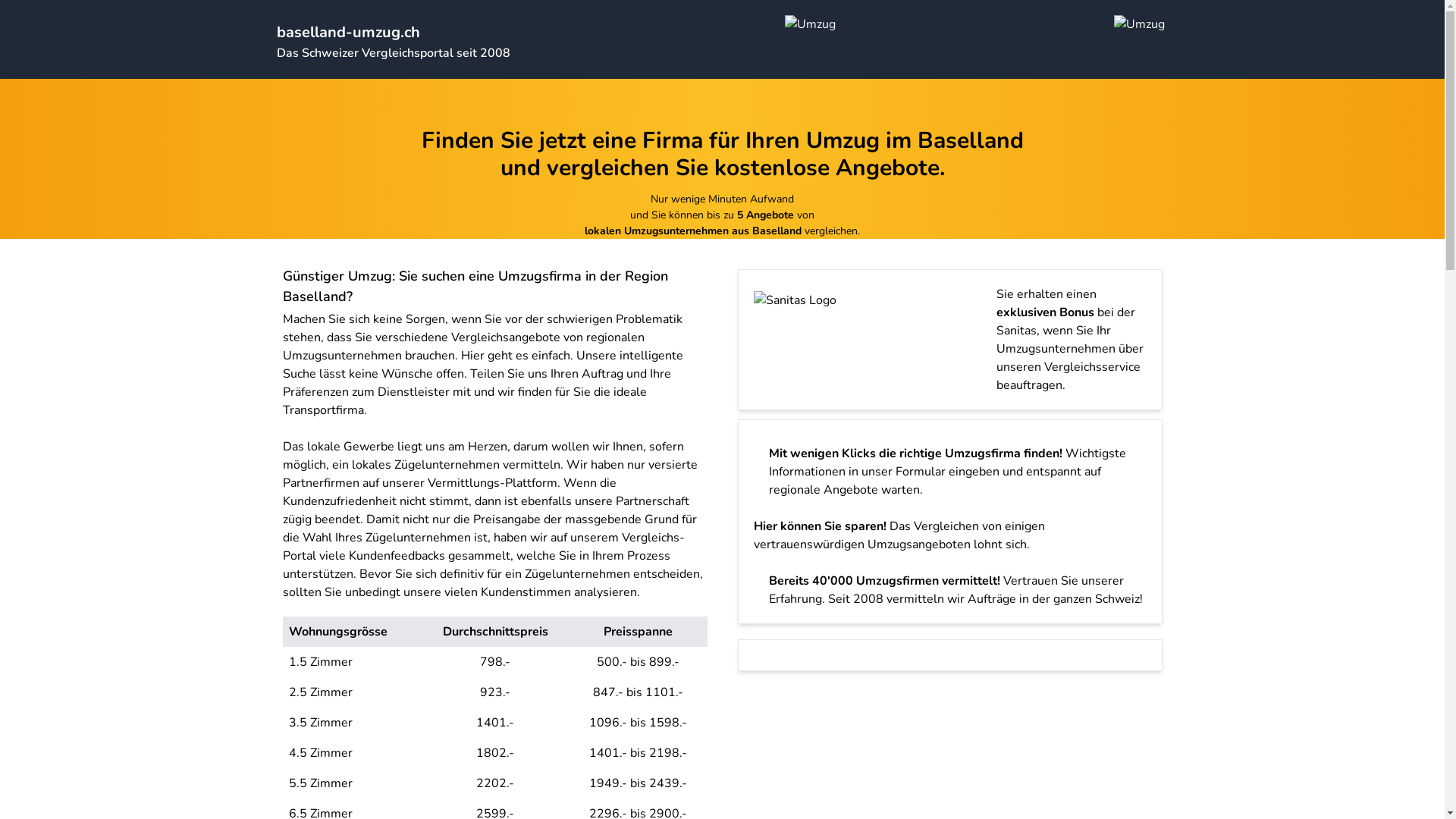 This screenshot has width=1456, height=819. Describe the element at coordinates (347, 32) in the screenshot. I see `'baselland-umzug.ch'` at that location.